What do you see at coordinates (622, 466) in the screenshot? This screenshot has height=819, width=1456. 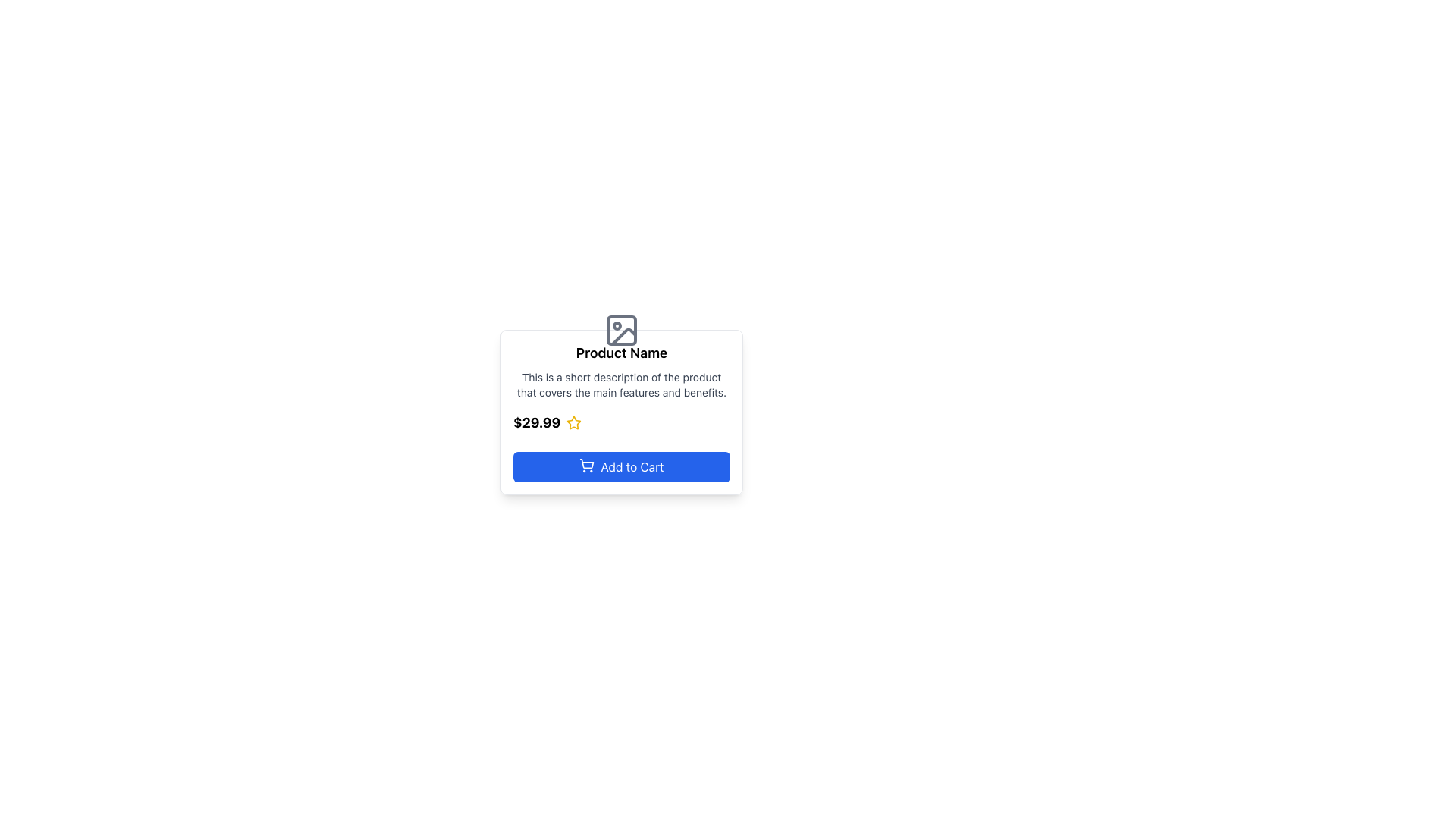 I see `the 'Add to Cart' button located below the product description and price` at bounding box center [622, 466].